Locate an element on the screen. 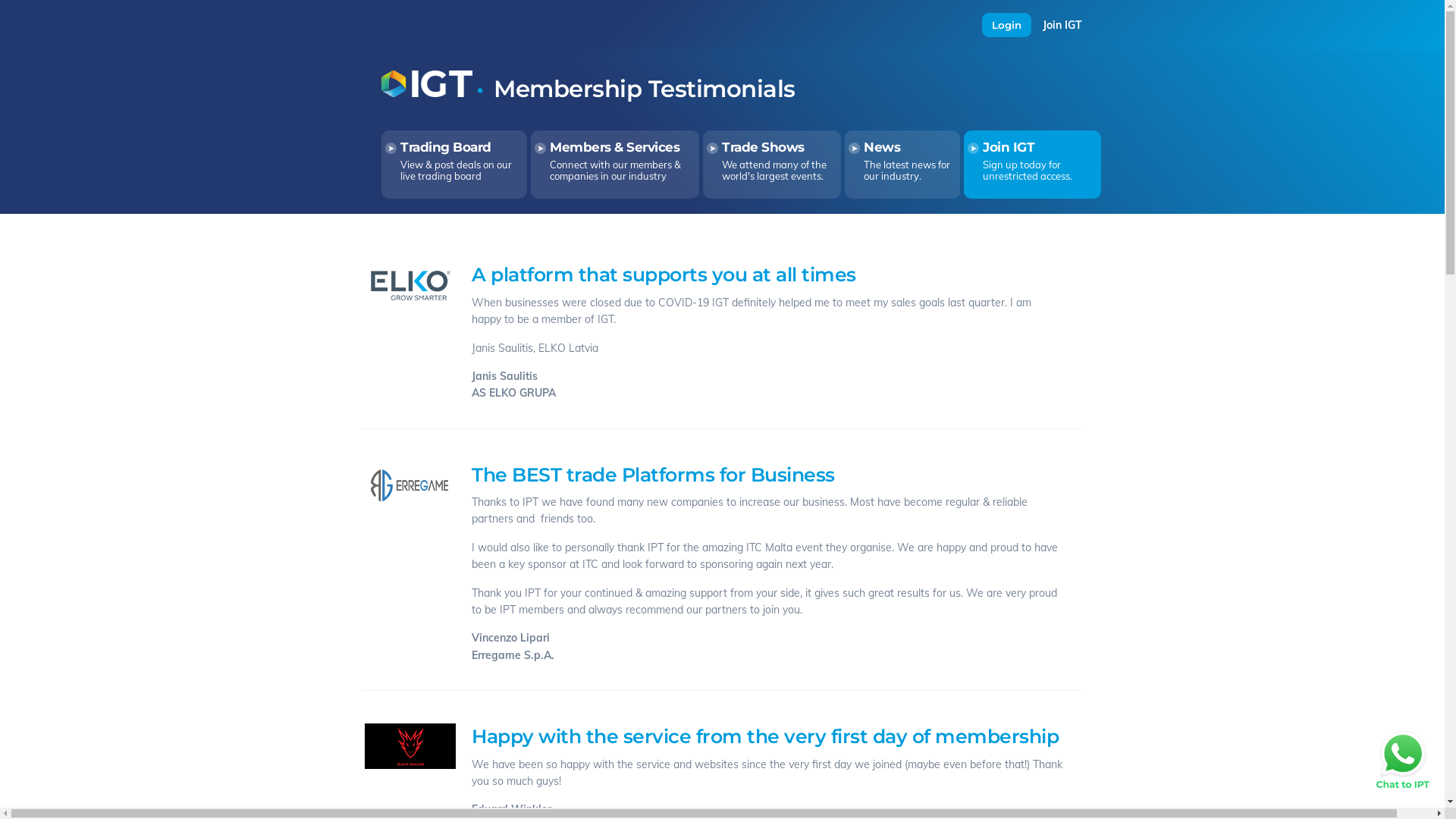  'Join IGT' is located at coordinates (1041, 25).